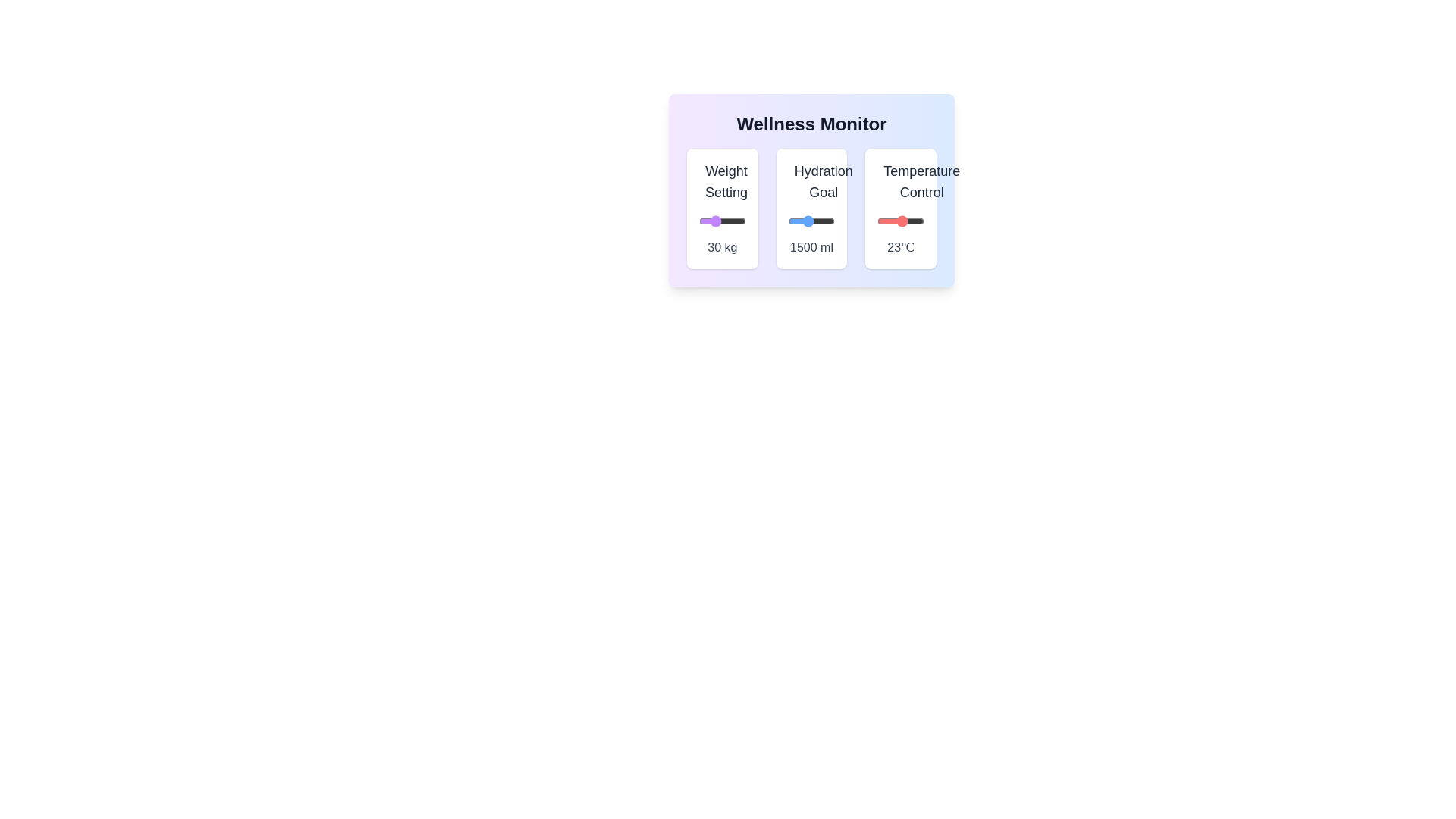 The height and width of the screenshot is (819, 1456). Describe the element at coordinates (706, 221) in the screenshot. I see `the weight setting` at that location.